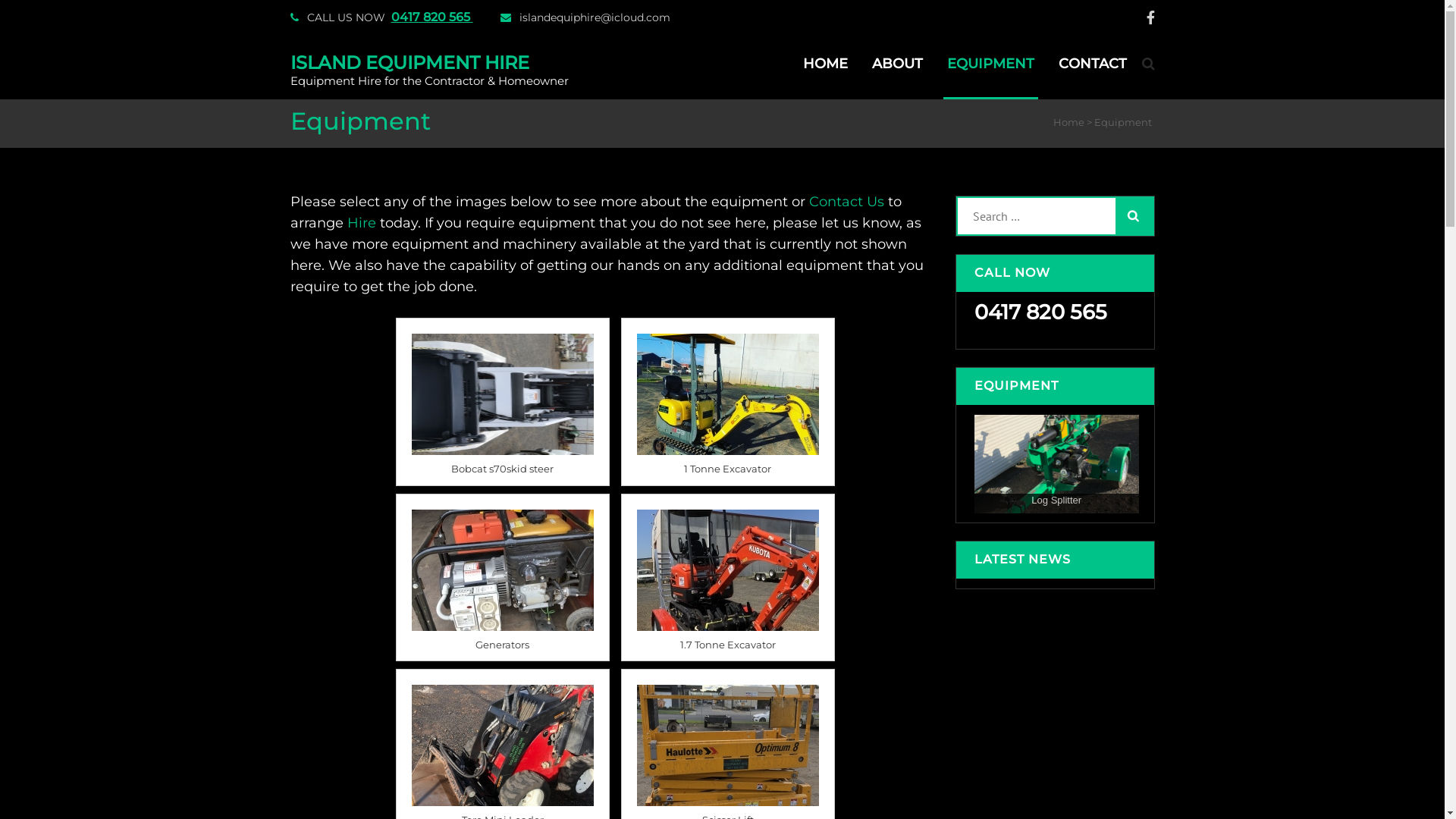 The image size is (1456, 819). What do you see at coordinates (845, 201) in the screenshot?
I see `'Contact Us'` at bounding box center [845, 201].